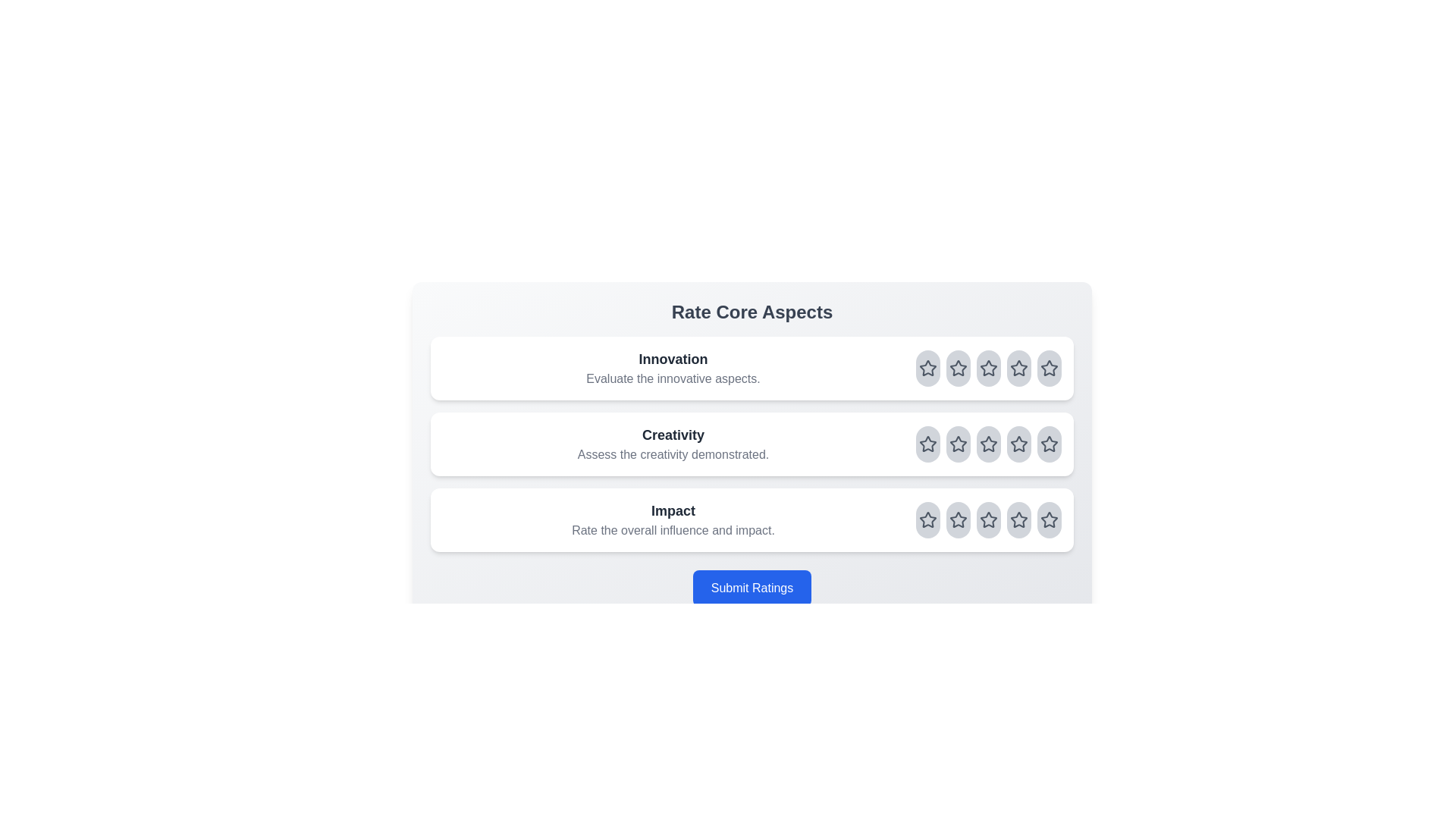  Describe the element at coordinates (957, 369) in the screenshot. I see `the rating for the aspect Innovation to 2 stars by clicking on the corresponding star` at that location.